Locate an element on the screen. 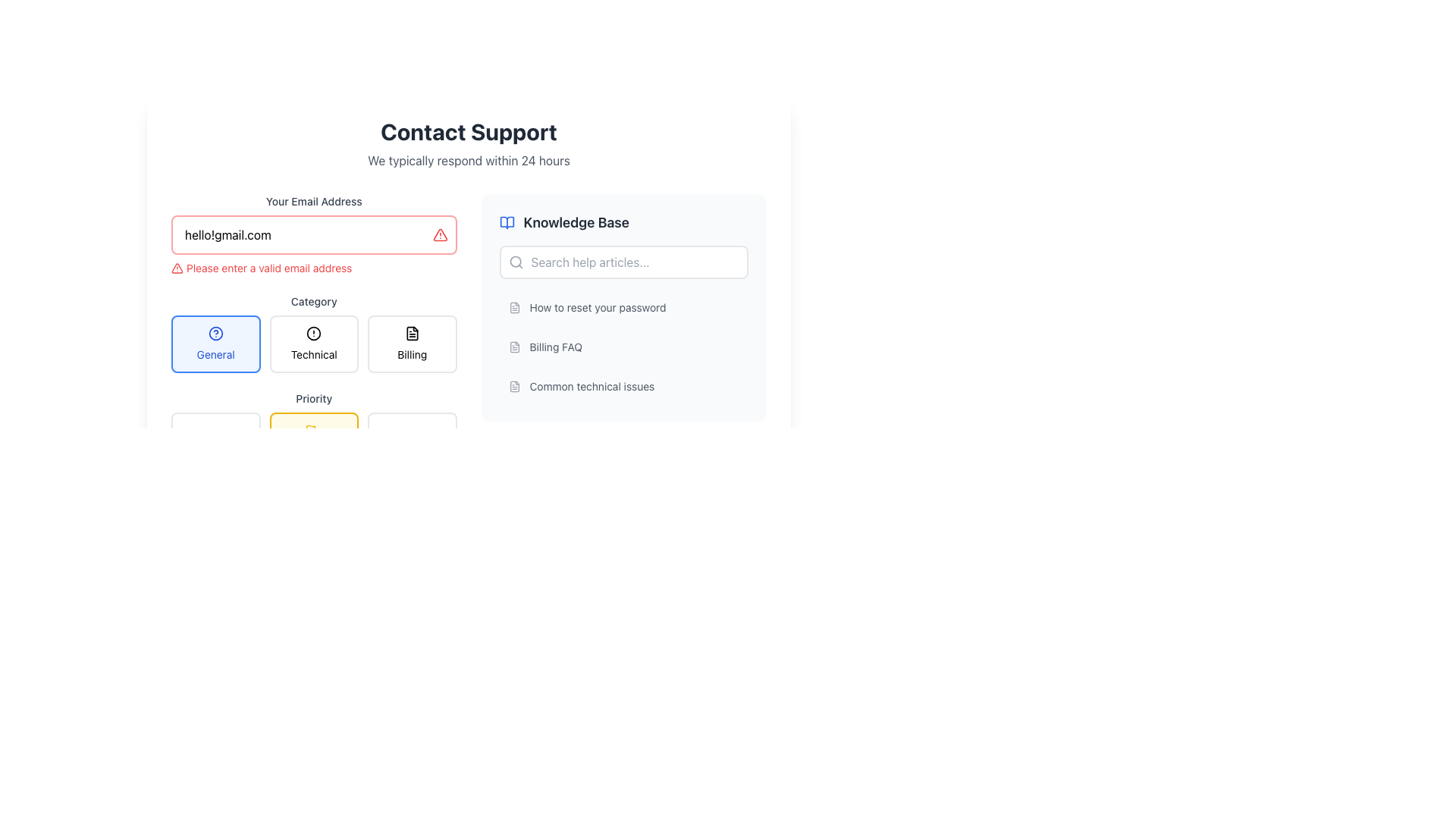 The height and width of the screenshot is (819, 1456). the static text element providing navigational aid under the 'Knowledge Base' section, located between 'Billing FAQ' and an empty space is located at coordinates (591, 385).